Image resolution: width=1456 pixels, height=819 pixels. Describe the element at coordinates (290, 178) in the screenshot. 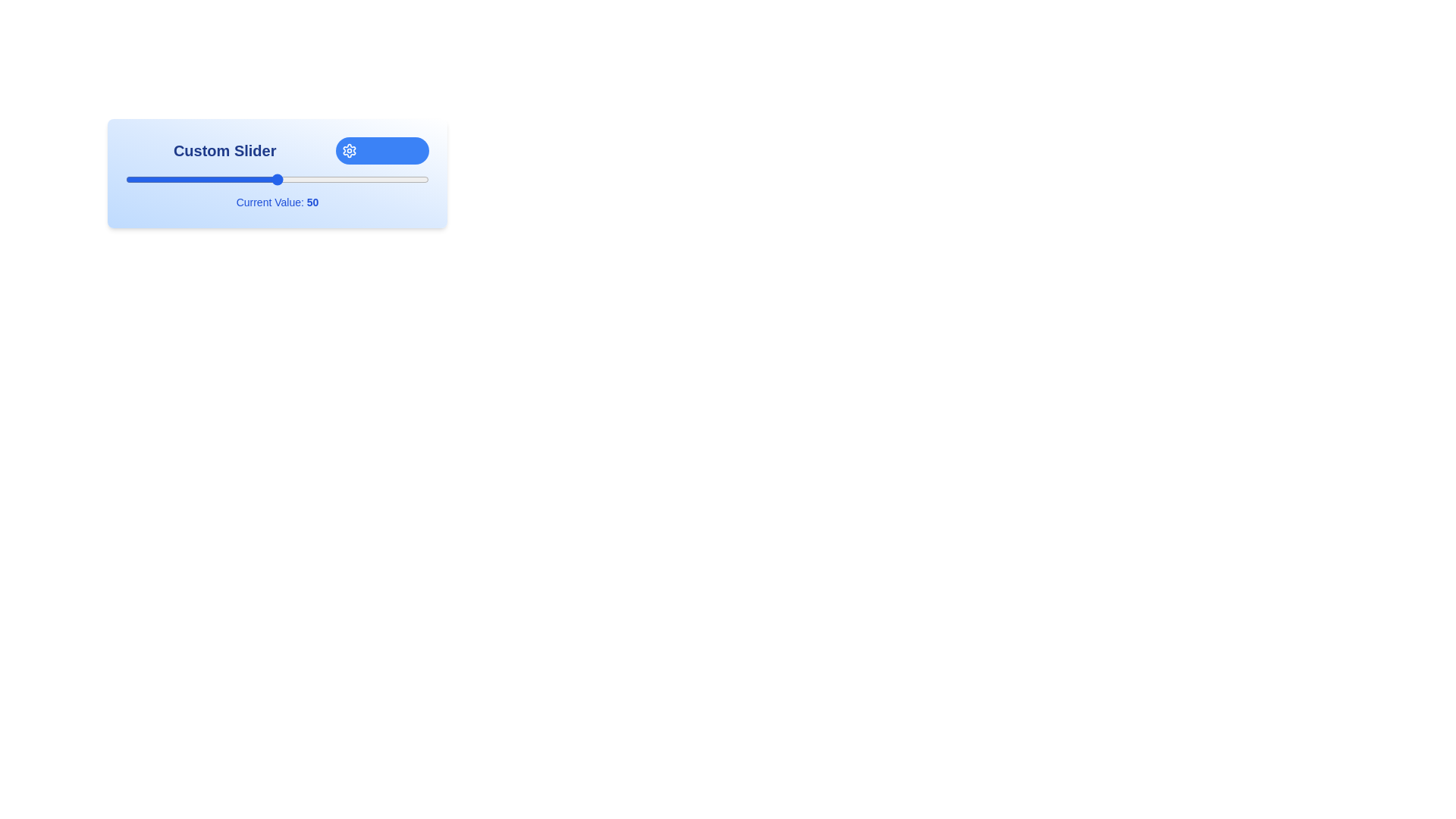

I see `the slider's value` at that location.